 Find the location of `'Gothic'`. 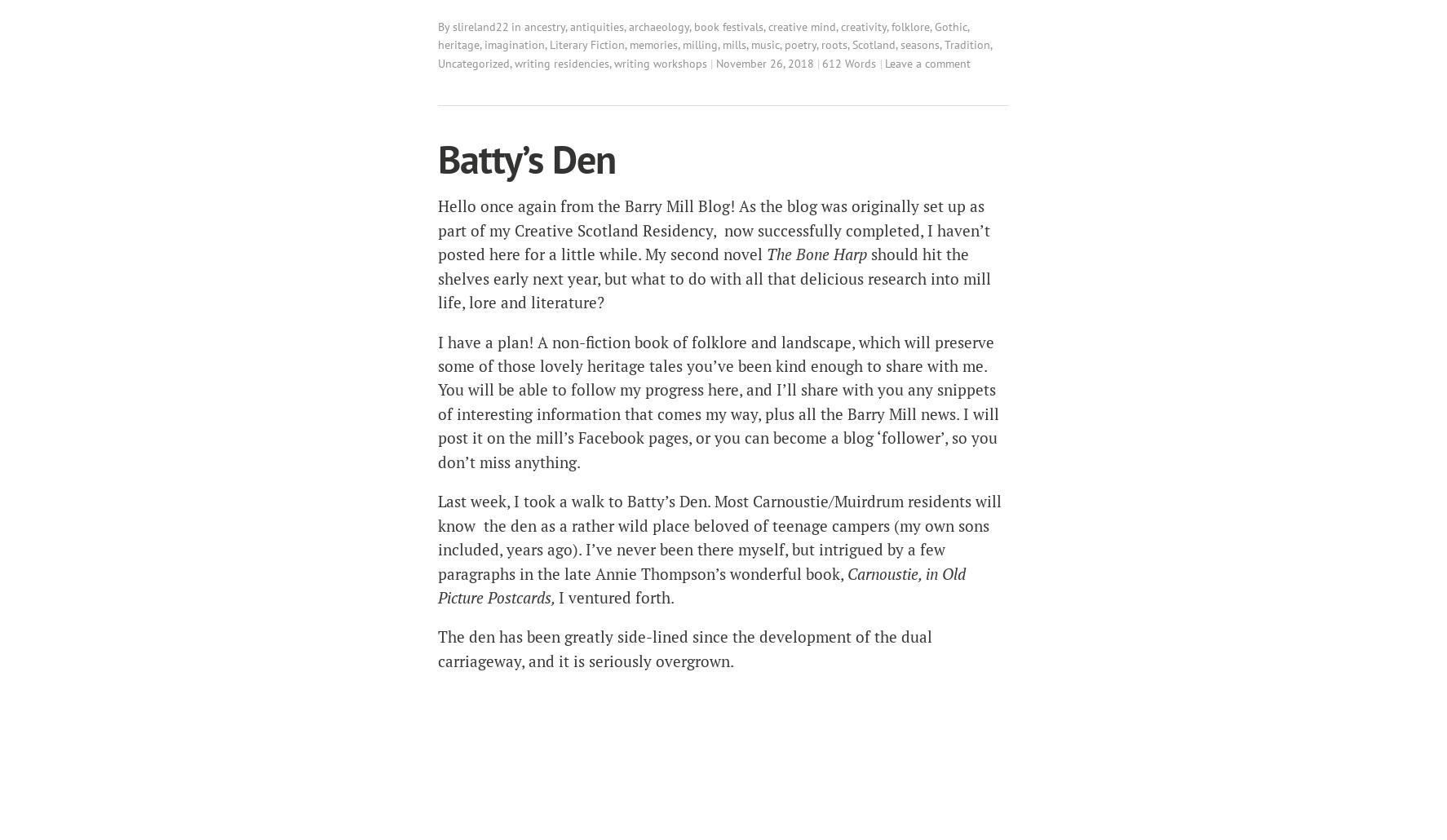

'Gothic' is located at coordinates (951, 26).